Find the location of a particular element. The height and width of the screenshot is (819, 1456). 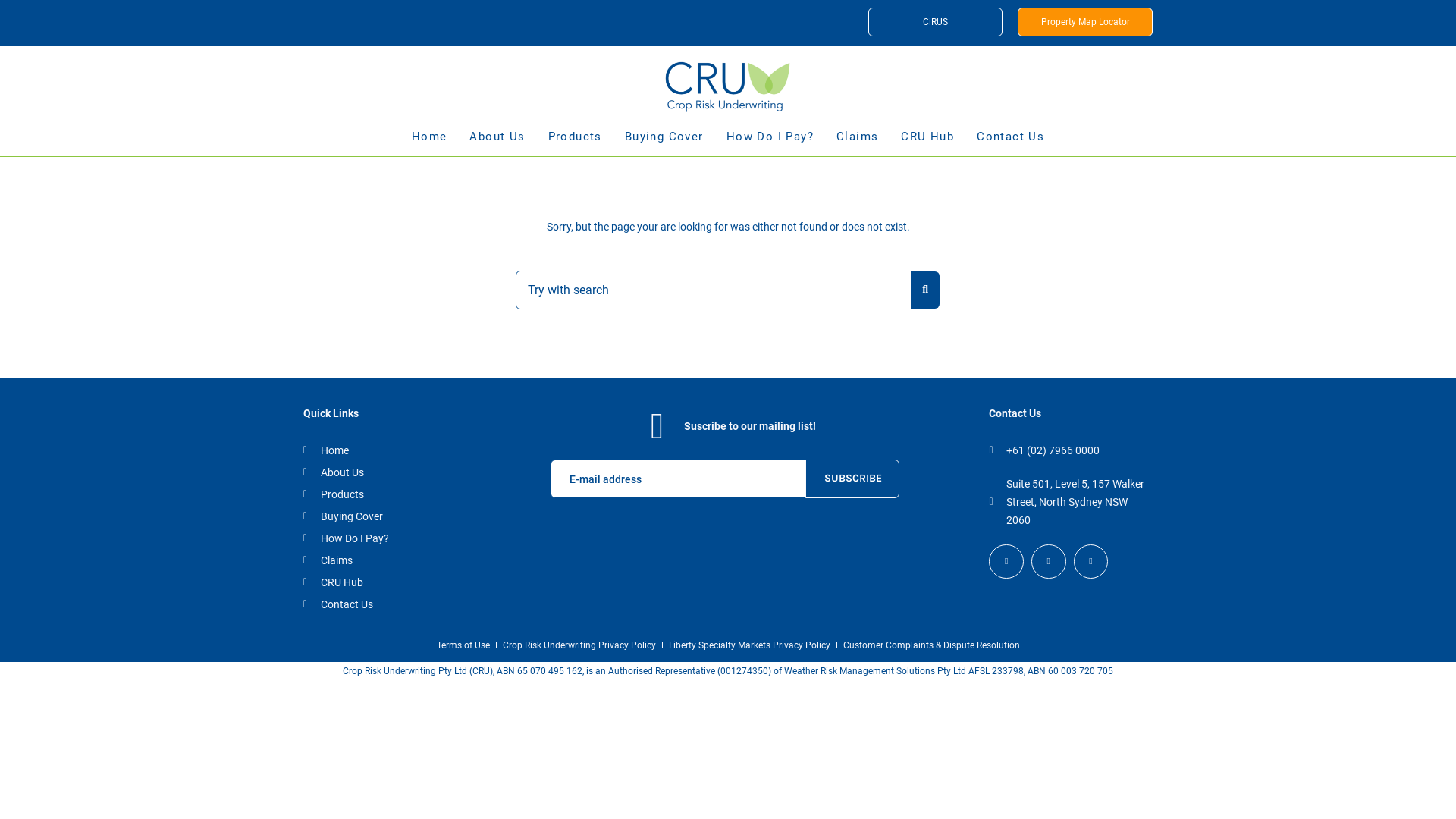

'Products' is located at coordinates (382, 494).